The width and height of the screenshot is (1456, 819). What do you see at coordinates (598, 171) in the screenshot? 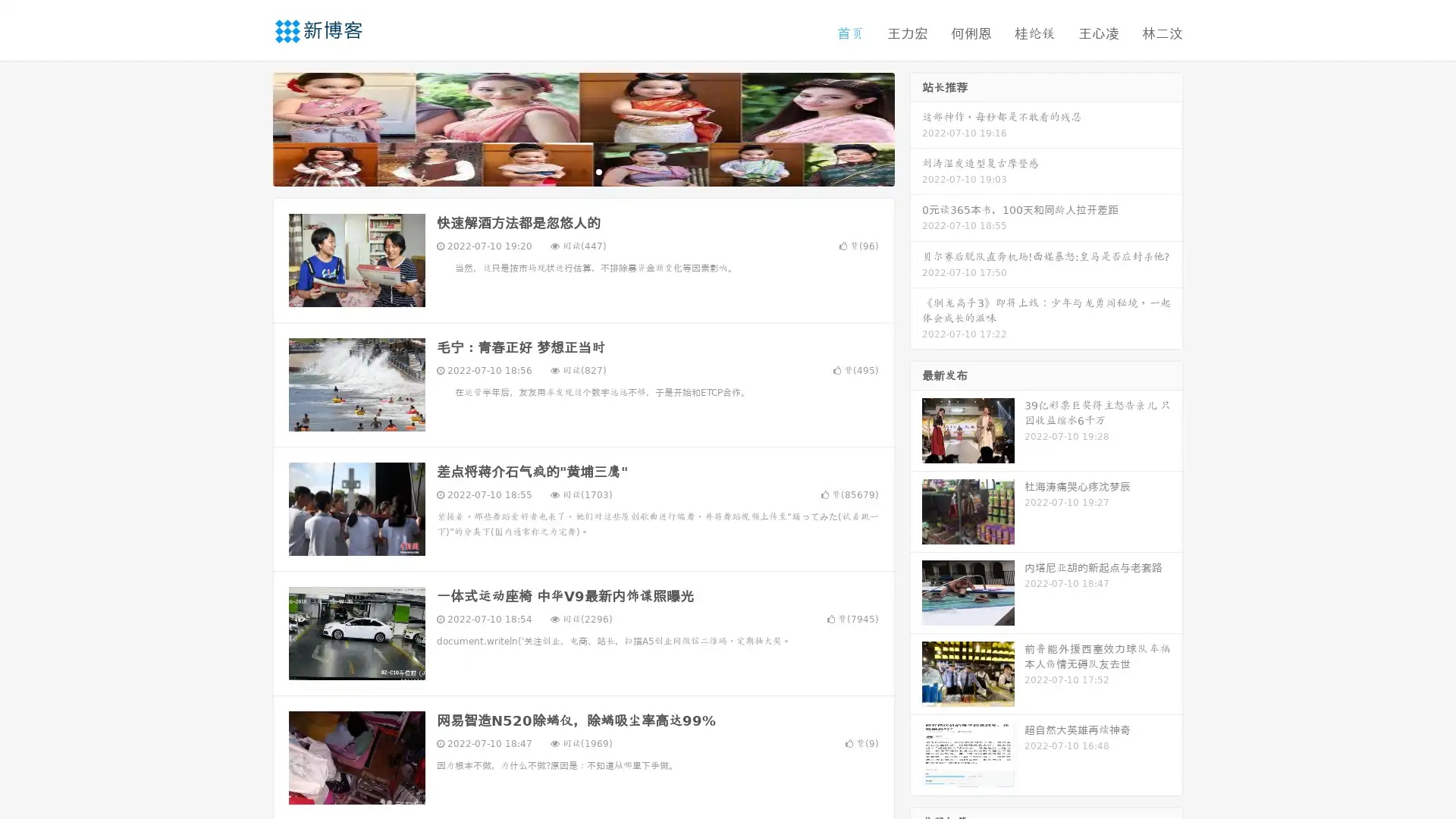
I see `Go to slide 3` at bounding box center [598, 171].